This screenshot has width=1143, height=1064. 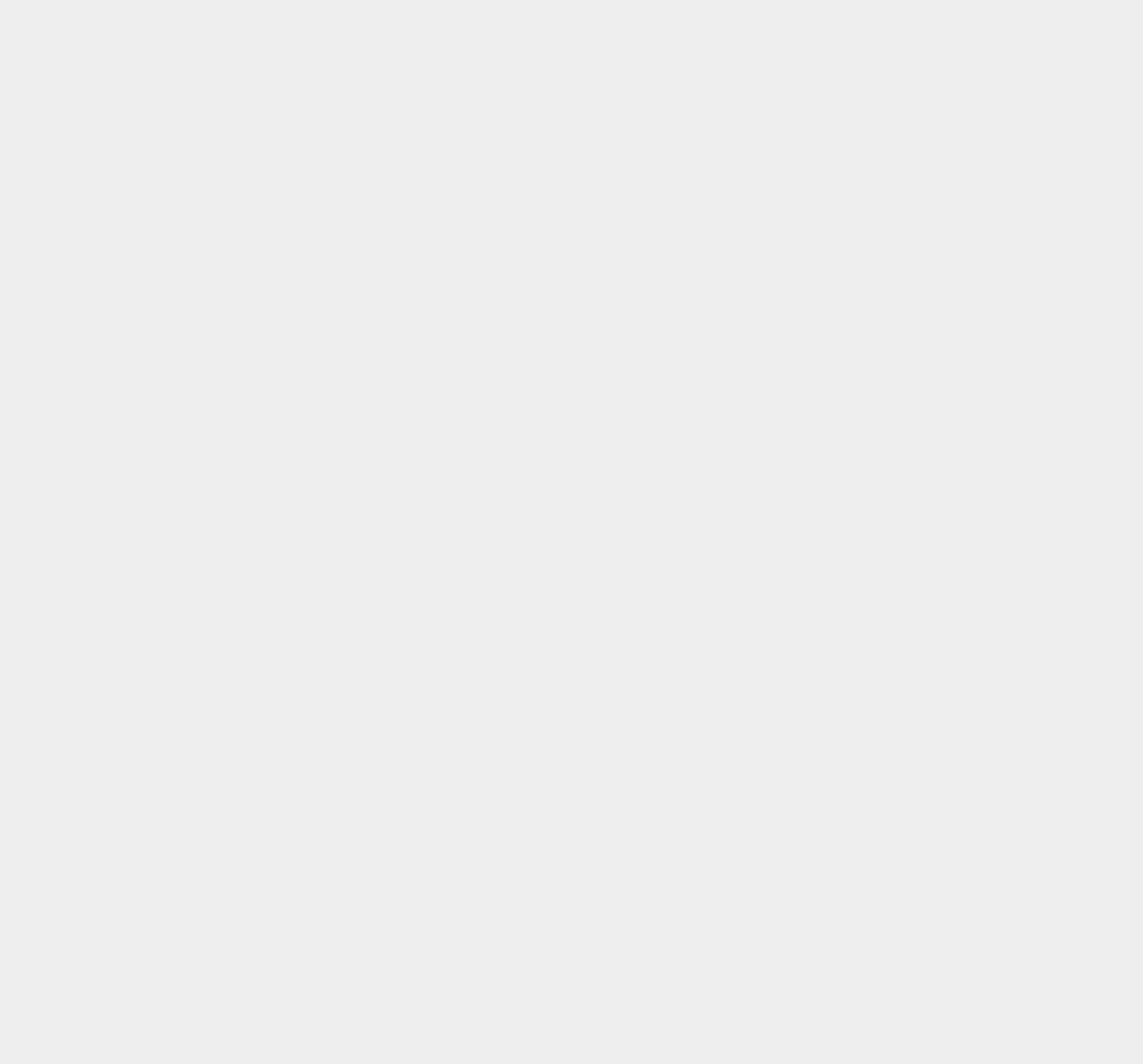 What do you see at coordinates (807, 450) in the screenshot?
I see `'Facebook Marketing'` at bounding box center [807, 450].